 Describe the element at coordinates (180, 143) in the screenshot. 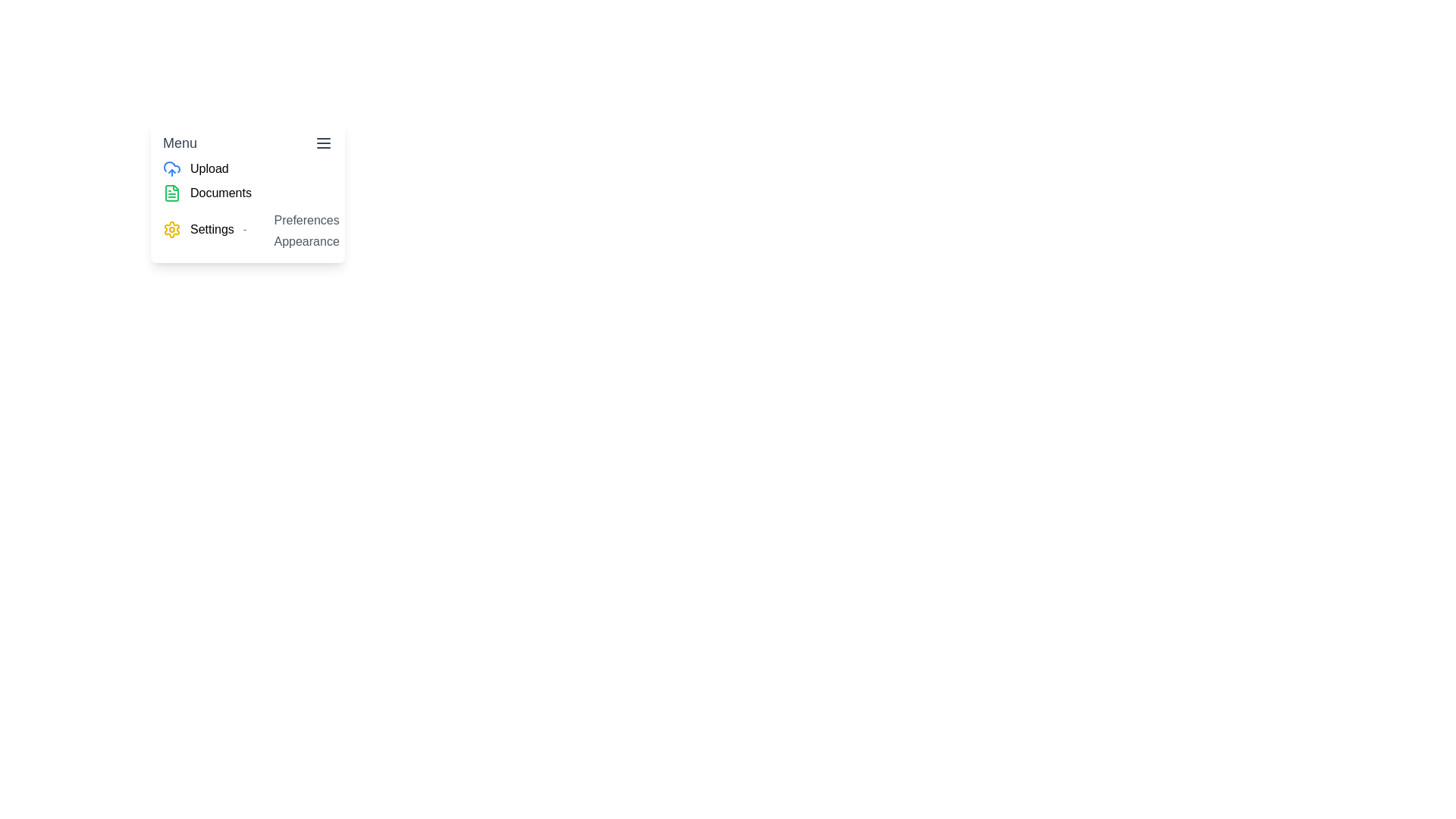

I see `the text label displaying 'Menu' located at the top-left corner of the dropdown interface` at that location.